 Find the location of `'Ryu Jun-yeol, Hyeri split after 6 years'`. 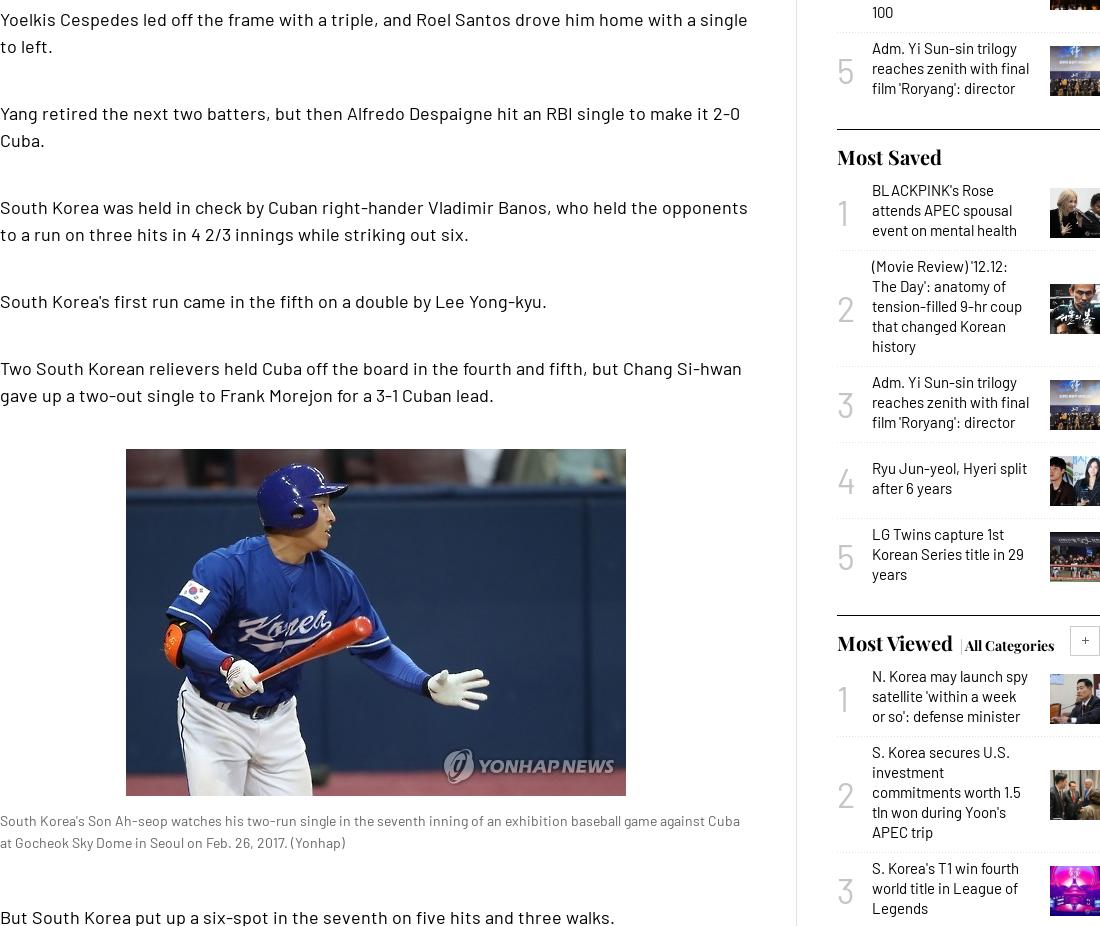

'Ryu Jun-yeol, Hyeri split after 6 years' is located at coordinates (870, 477).